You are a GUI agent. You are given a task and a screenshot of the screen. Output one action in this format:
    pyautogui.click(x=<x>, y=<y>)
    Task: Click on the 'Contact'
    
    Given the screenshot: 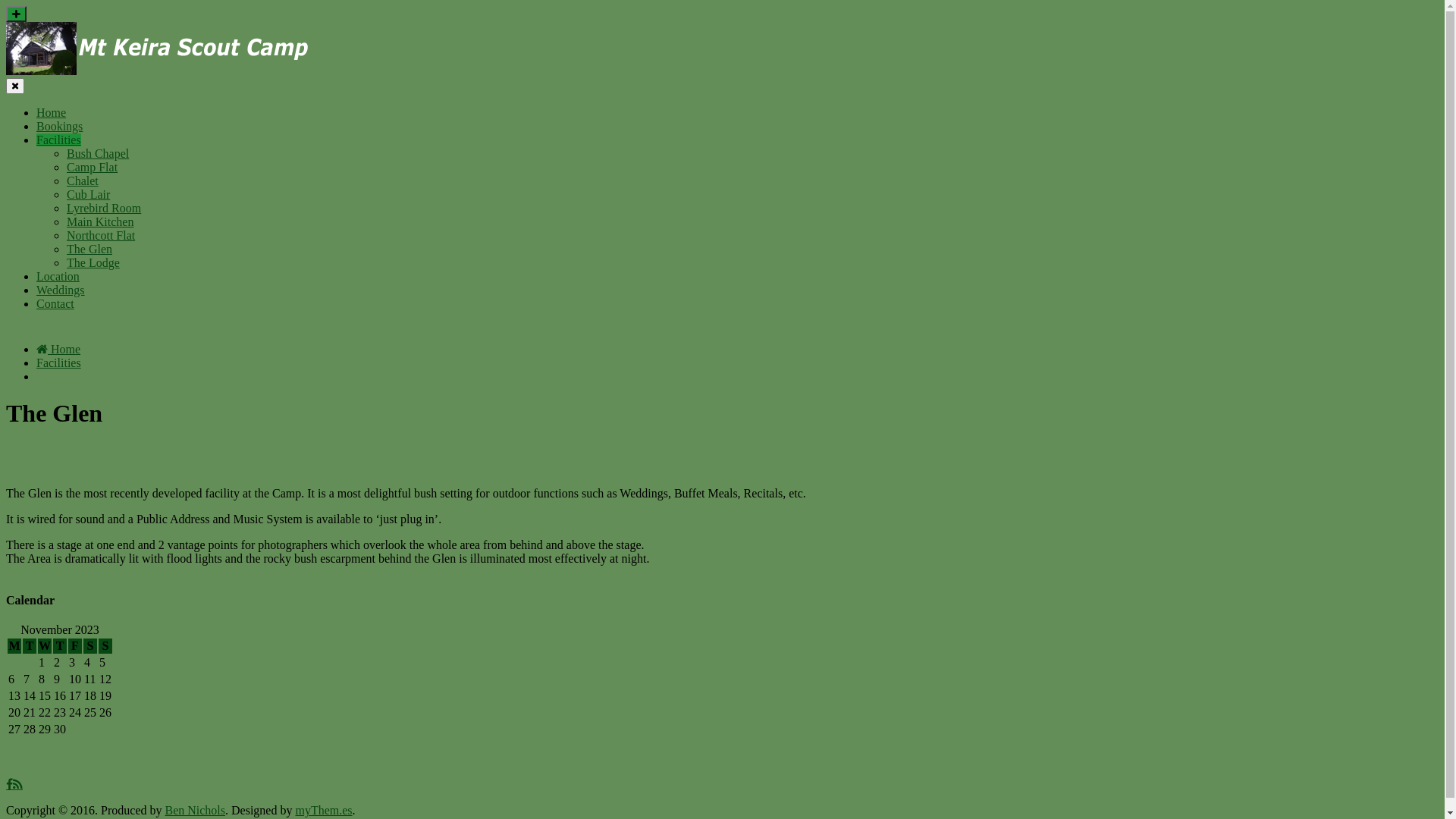 What is the action you would take?
    pyautogui.click(x=55, y=303)
    